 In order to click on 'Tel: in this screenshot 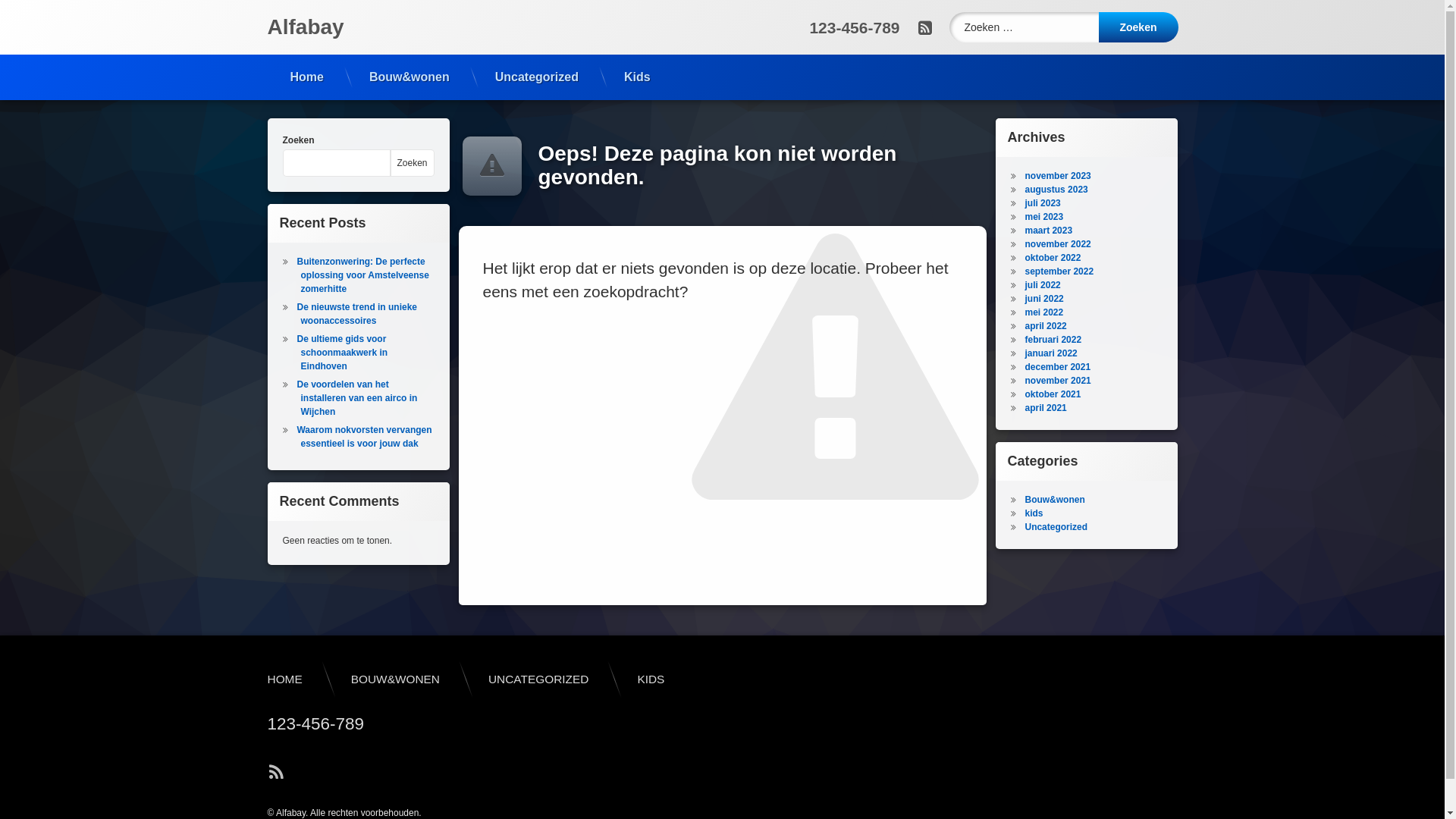, I will do `click(255, 723)`.